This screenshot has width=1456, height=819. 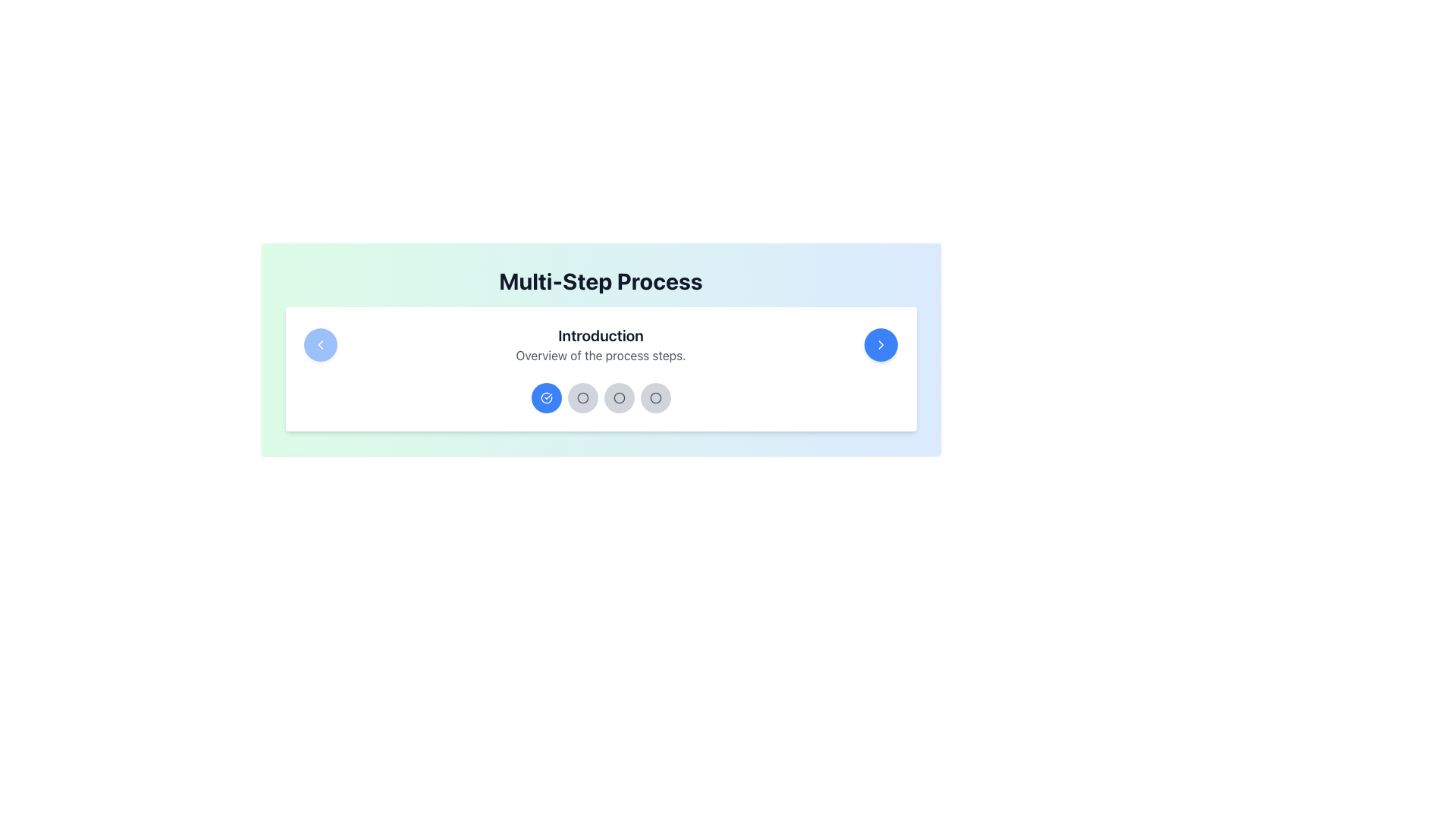 I want to click on the blue circular button with a white checkmark icon in the Step progress indicator bar located below the 'Introduction' section to potentially reveal a tooltip or highlight the step, so click(x=600, y=397).